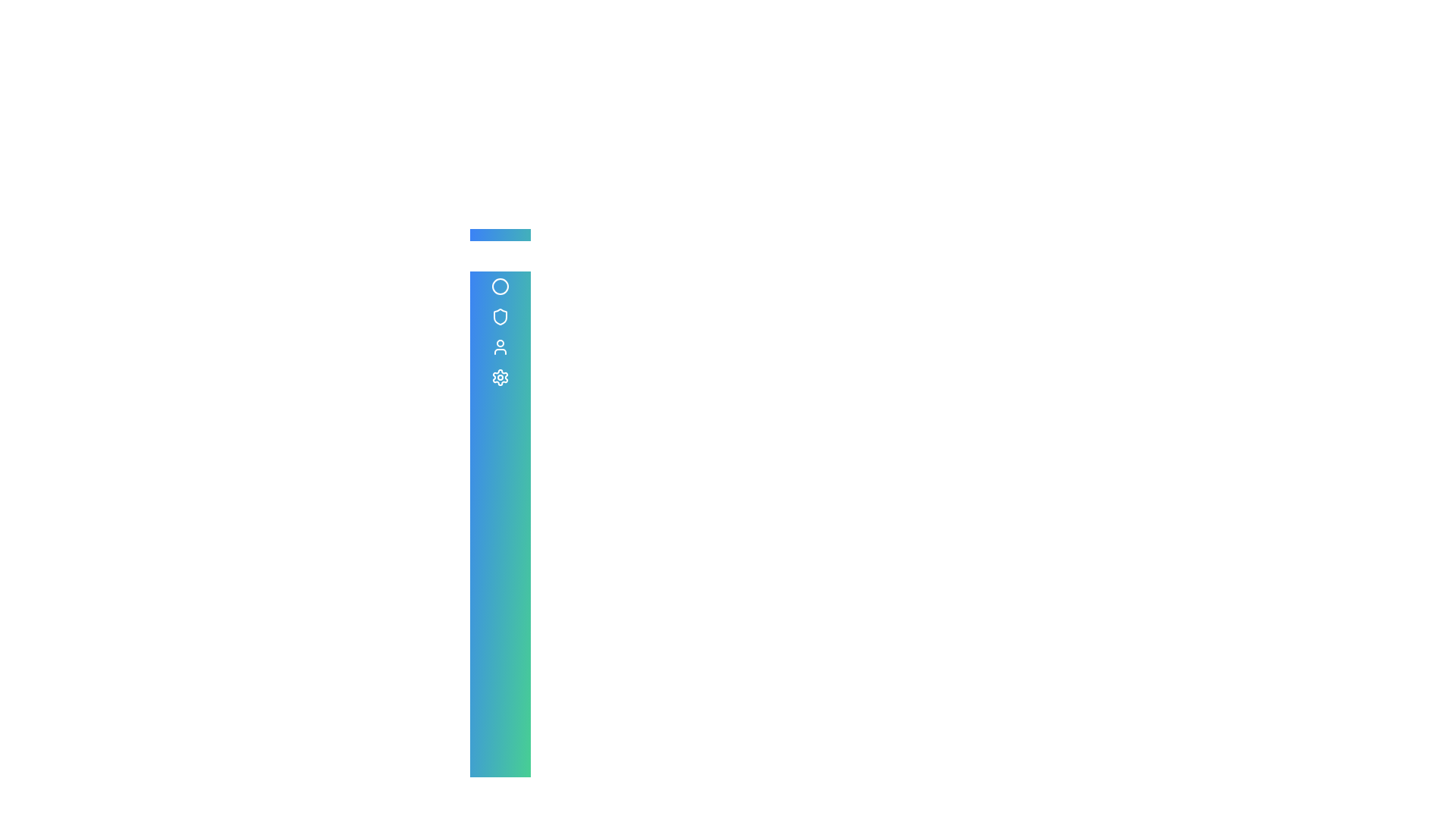 This screenshot has width=1456, height=819. I want to click on the fourth icon in the vertical row of the side menu bar, which represents the 'Settings' option, so click(500, 376).